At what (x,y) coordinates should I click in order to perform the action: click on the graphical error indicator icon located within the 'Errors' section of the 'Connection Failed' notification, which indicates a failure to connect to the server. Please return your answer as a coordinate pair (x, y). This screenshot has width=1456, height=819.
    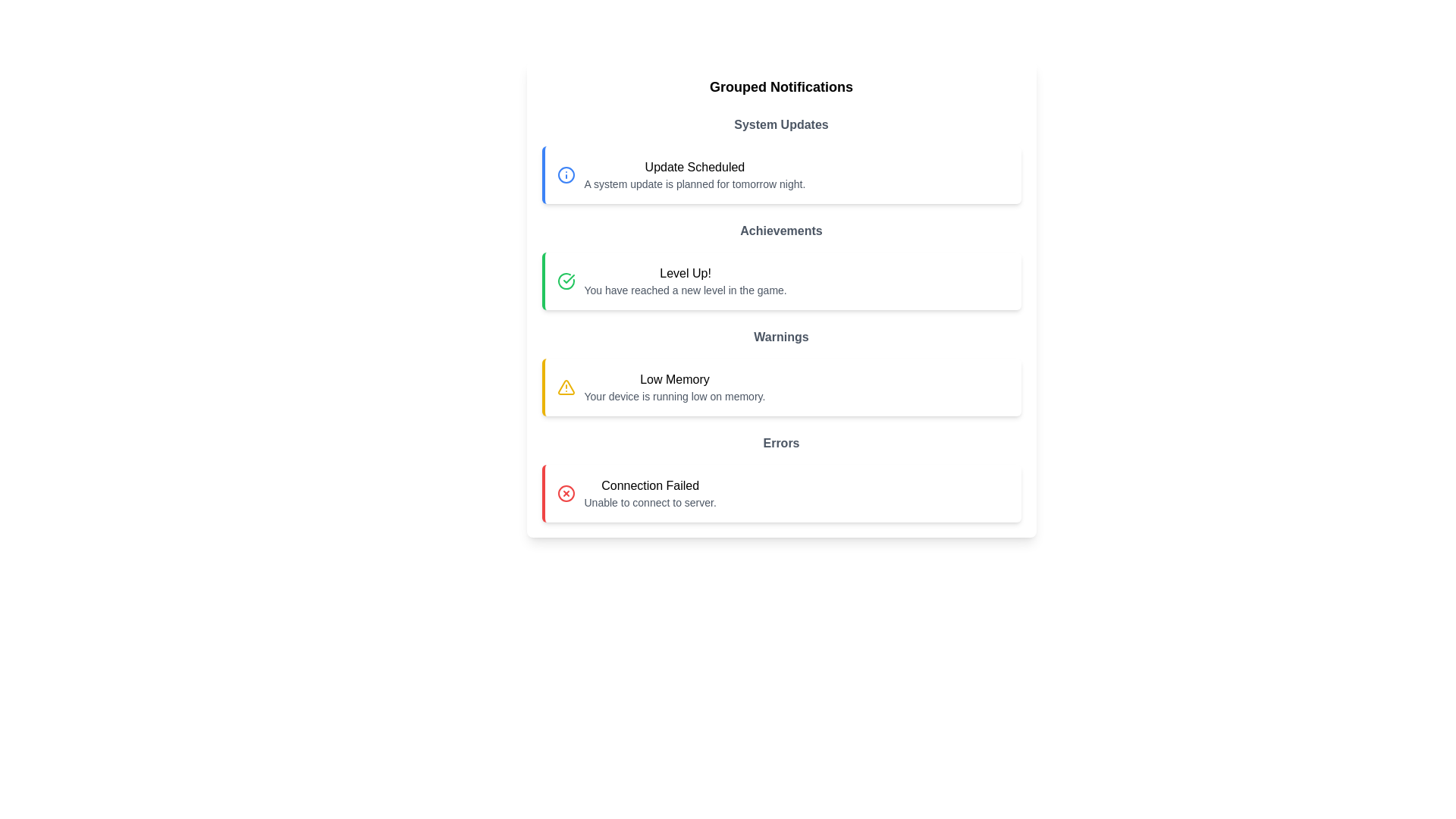
    Looking at the image, I should click on (565, 494).